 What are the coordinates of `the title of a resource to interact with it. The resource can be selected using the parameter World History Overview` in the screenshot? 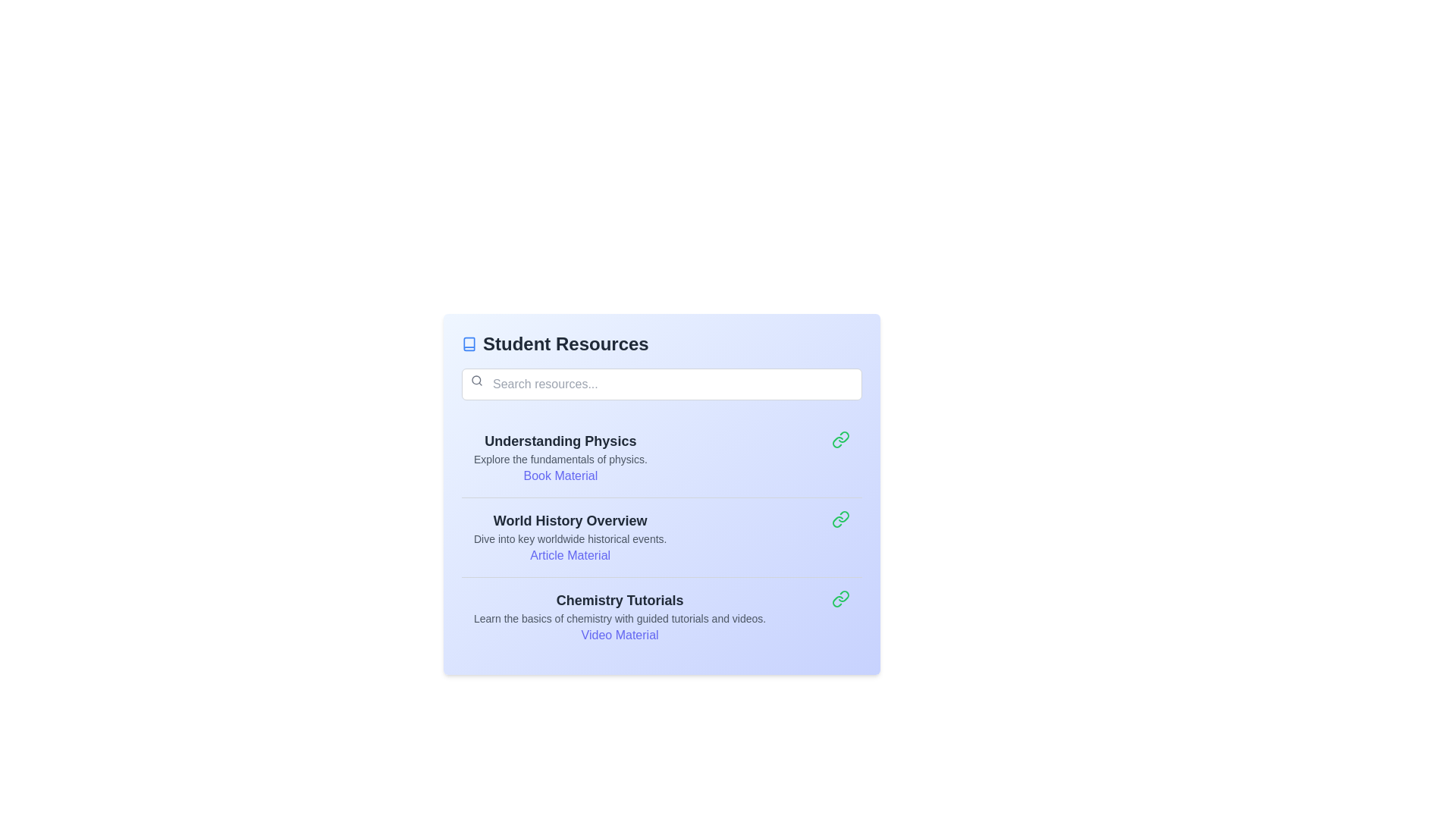 It's located at (570, 519).